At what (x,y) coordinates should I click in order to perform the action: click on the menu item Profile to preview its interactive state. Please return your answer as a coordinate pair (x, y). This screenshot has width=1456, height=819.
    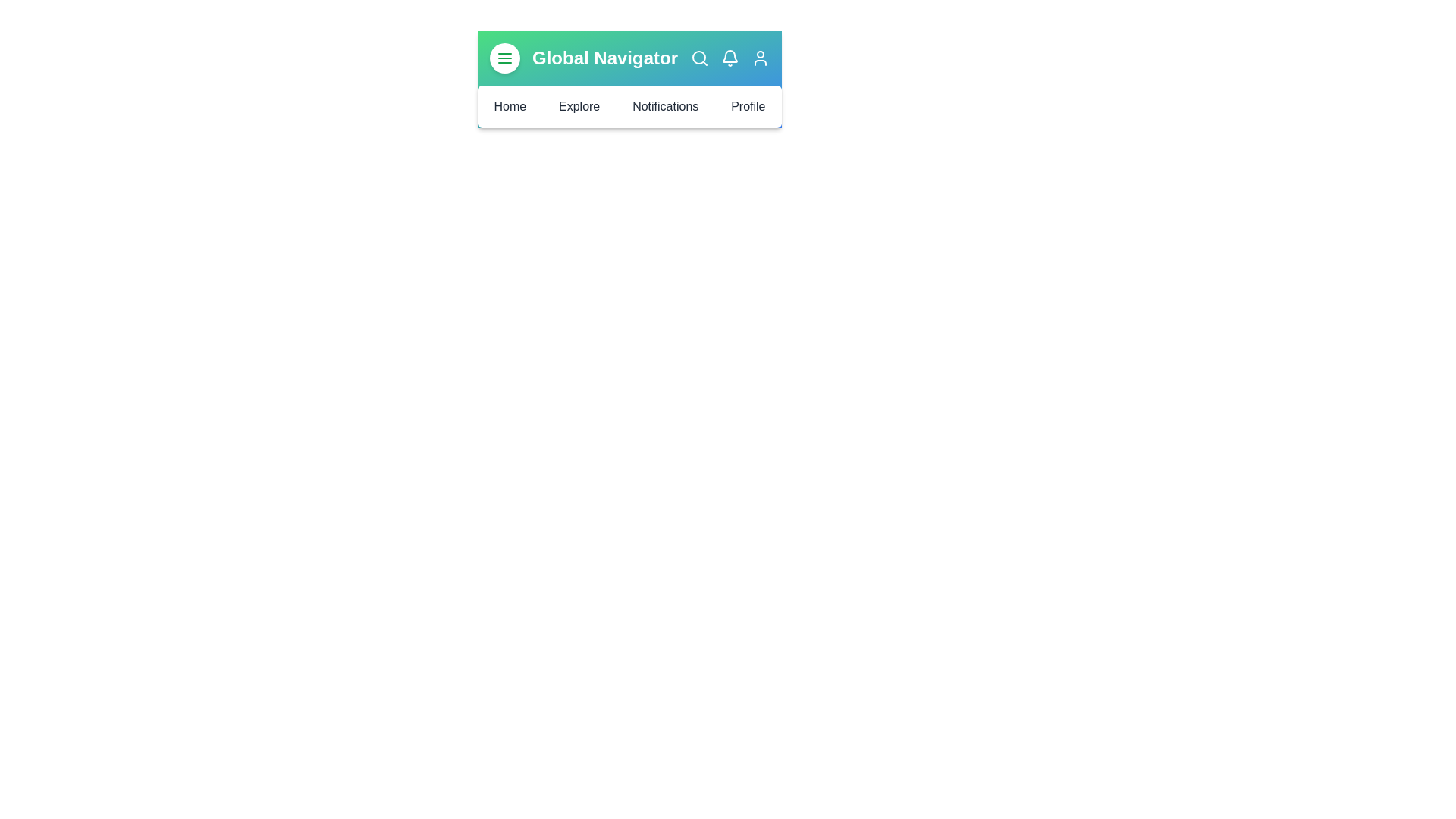
    Looking at the image, I should click on (748, 106).